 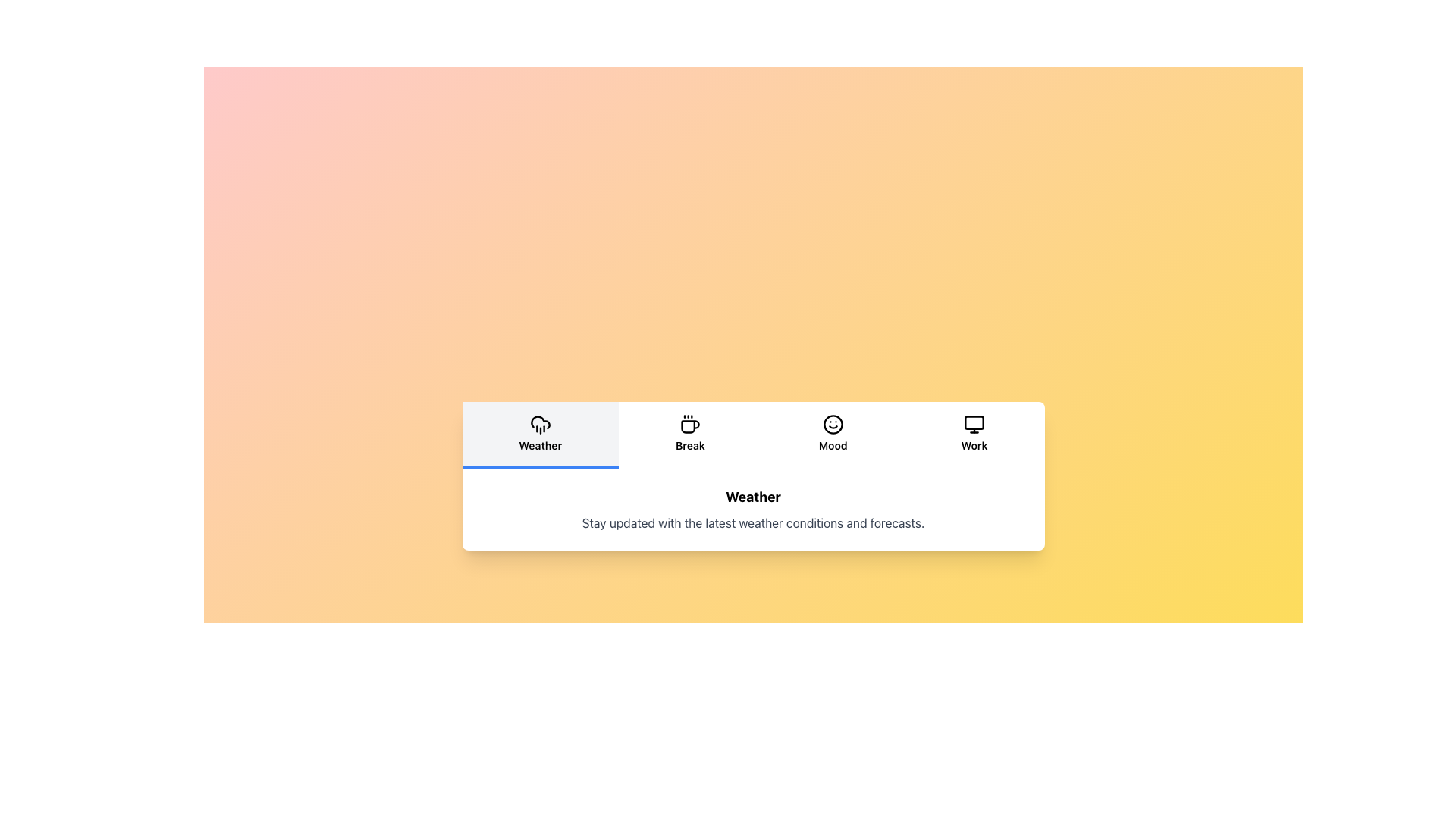 What do you see at coordinates (832, 435) in the screenshot?
I see `the 'Mood' selectable tab with a smiley face icon to trigger potential hover effects` at bounding box center [832, 435].